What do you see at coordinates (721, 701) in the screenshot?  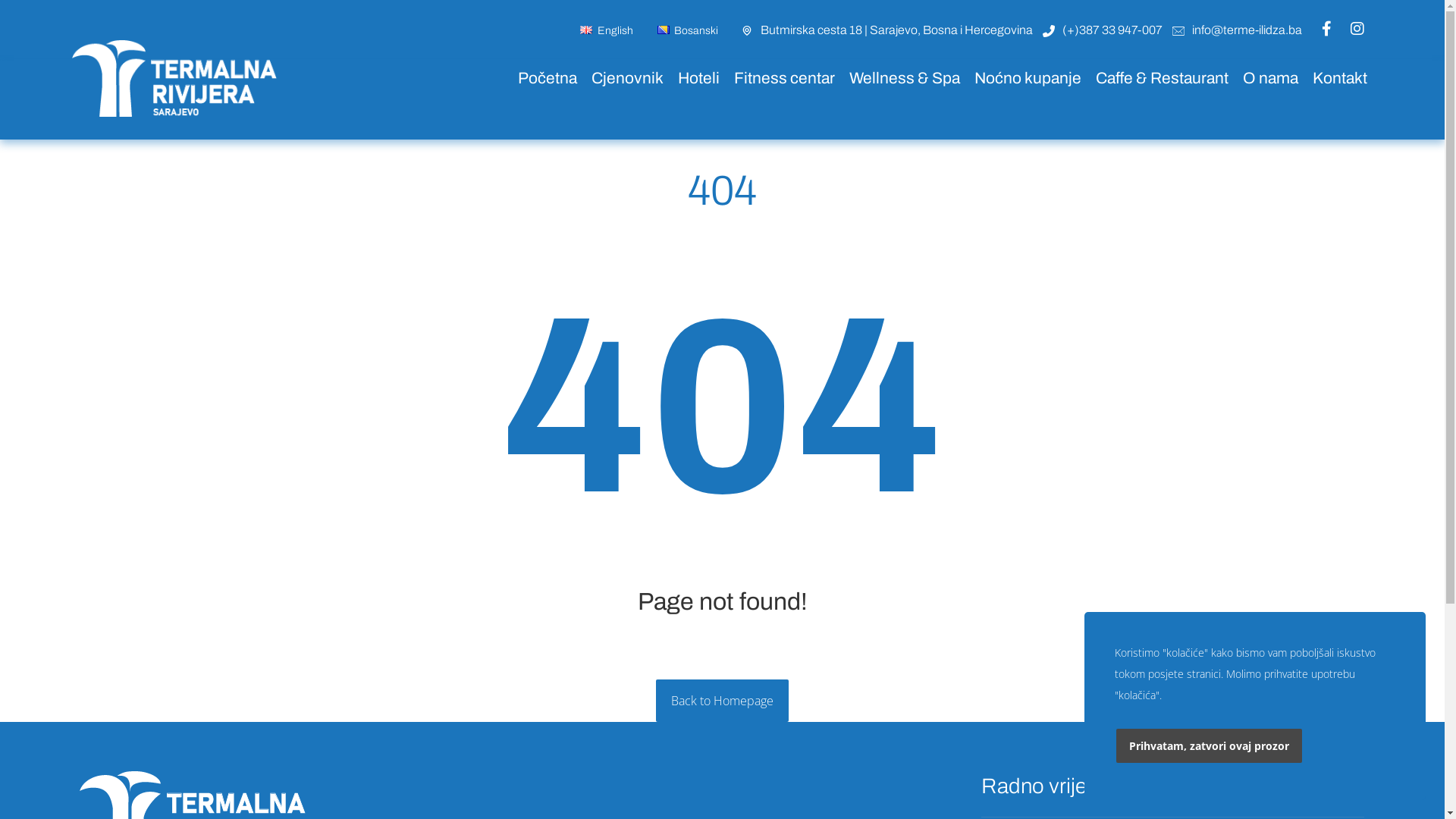 I see `'Back to Homepage'` at bounding box center [721, 701].